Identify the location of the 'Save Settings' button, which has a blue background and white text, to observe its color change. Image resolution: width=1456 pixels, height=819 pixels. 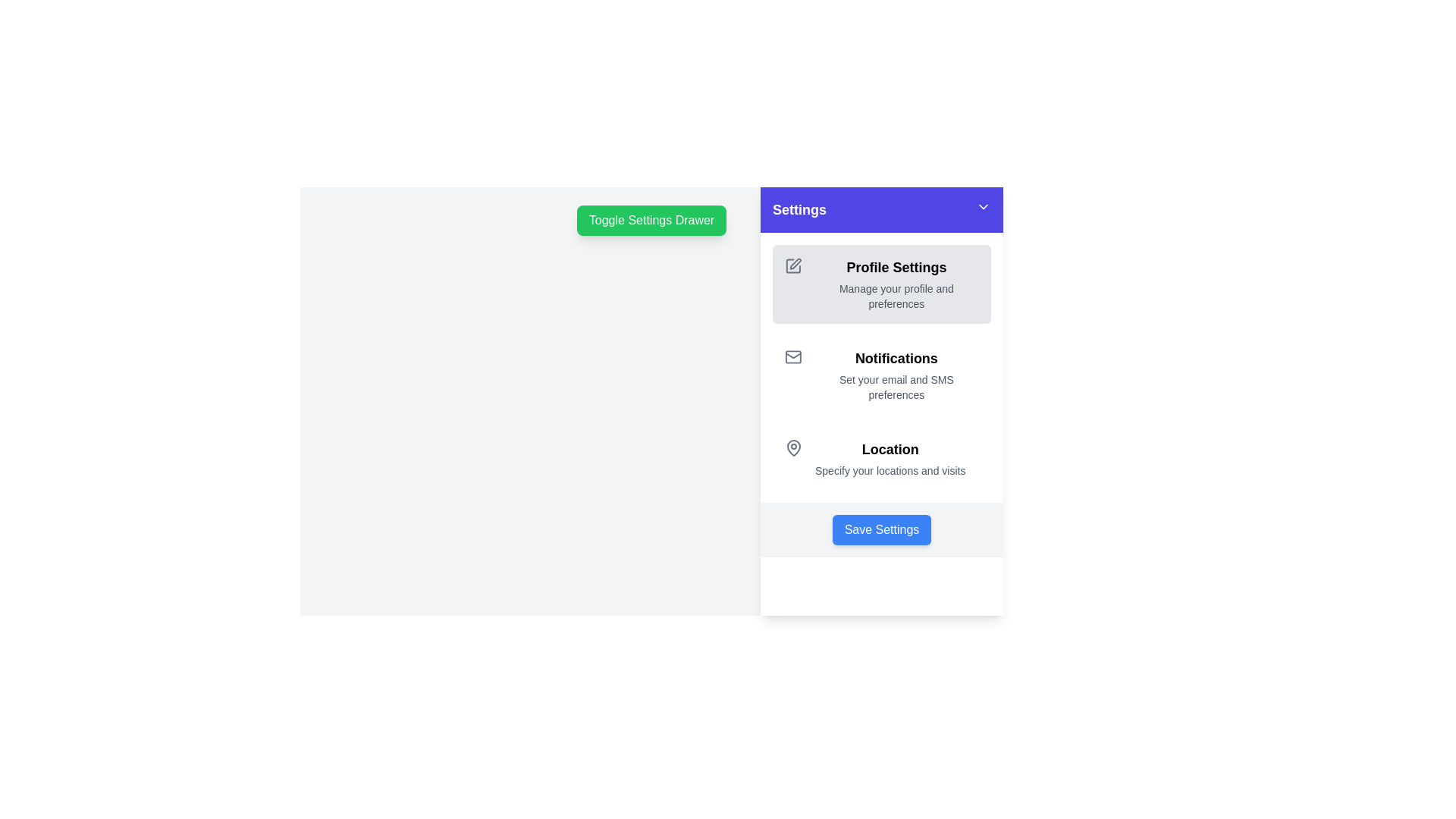
(881, 529).